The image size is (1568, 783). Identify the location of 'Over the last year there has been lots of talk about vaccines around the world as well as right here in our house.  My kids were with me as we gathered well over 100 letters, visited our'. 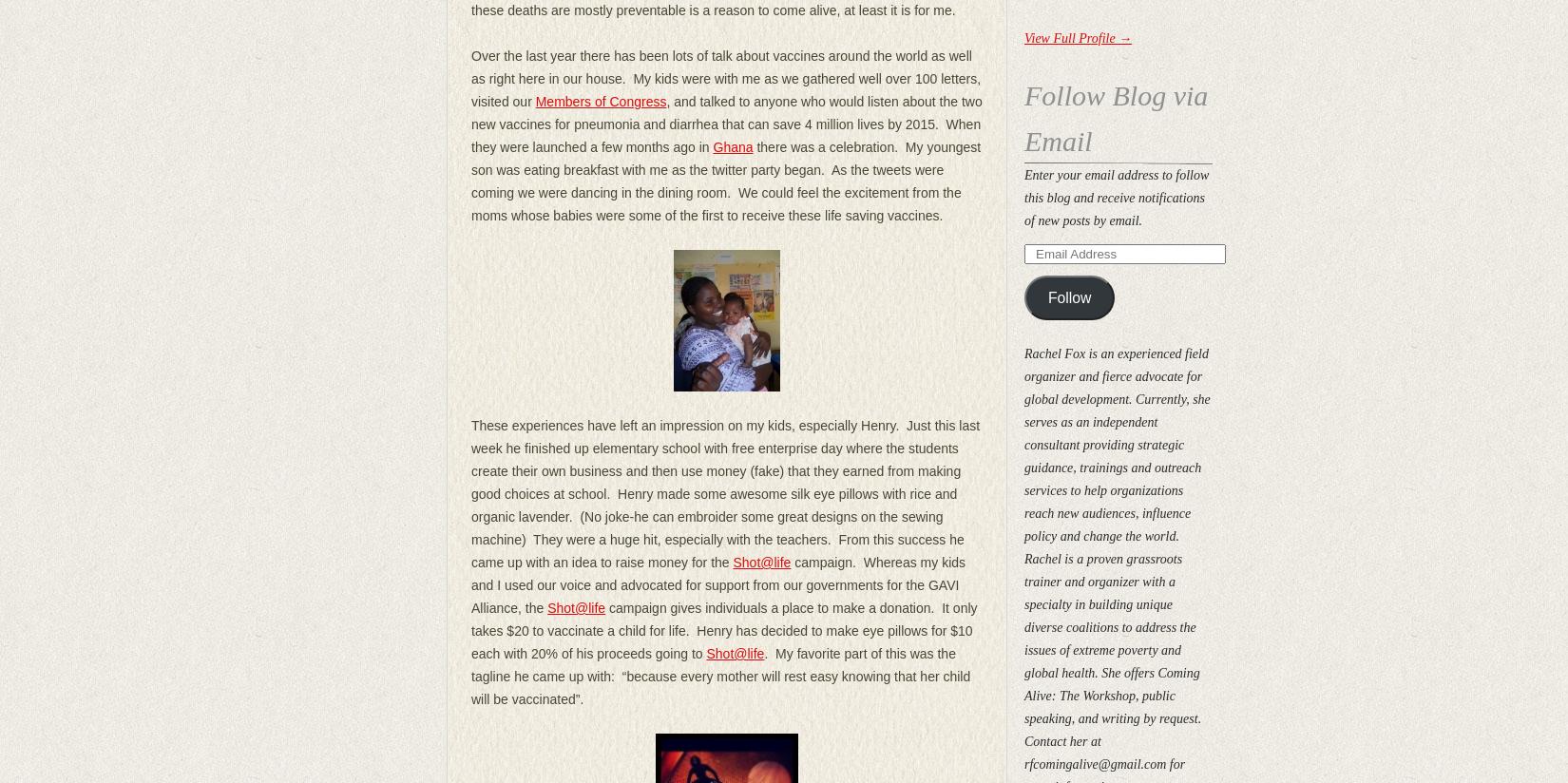
(724, 77).